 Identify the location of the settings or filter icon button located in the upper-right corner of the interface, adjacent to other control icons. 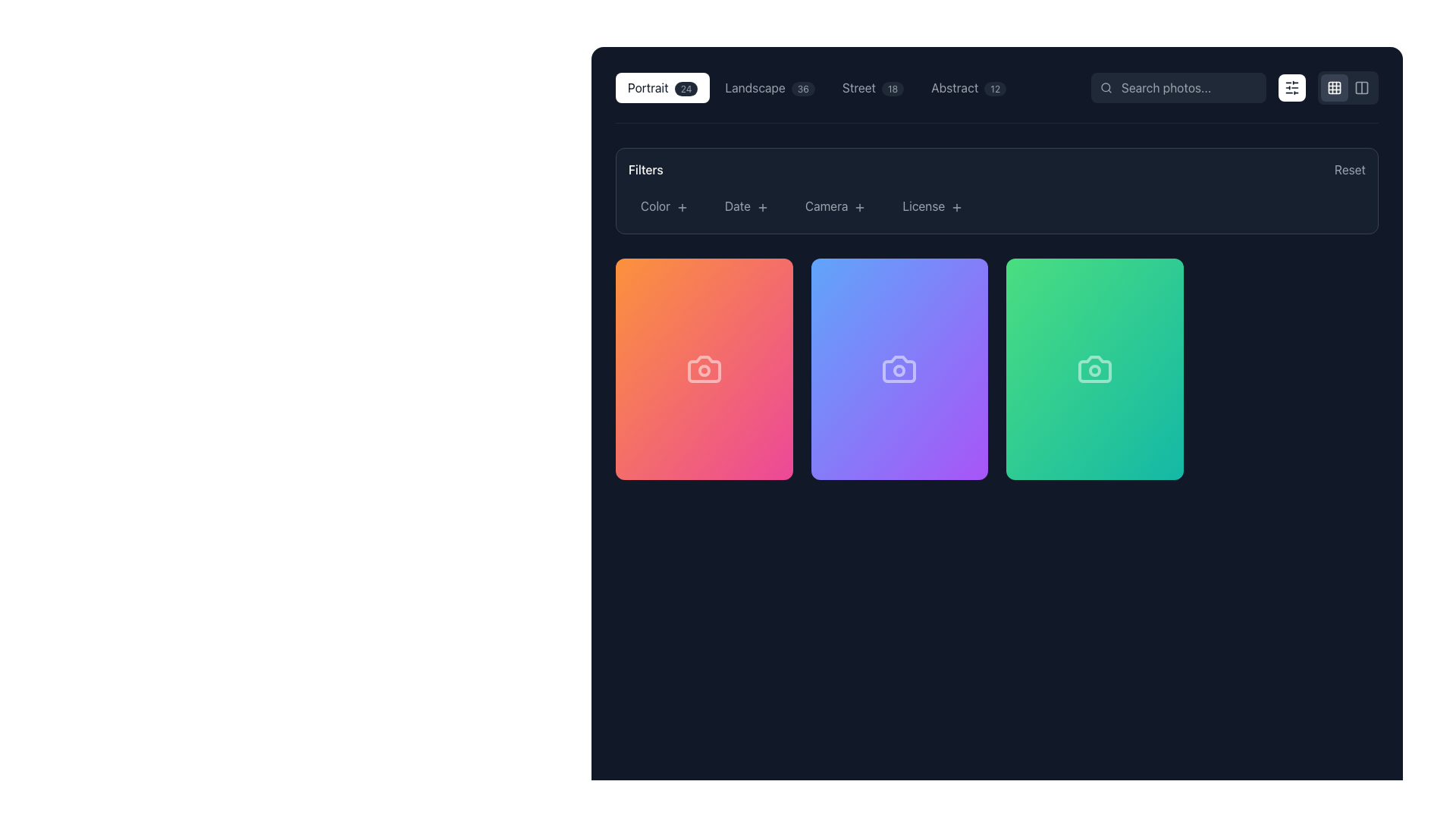
(1291, 87).